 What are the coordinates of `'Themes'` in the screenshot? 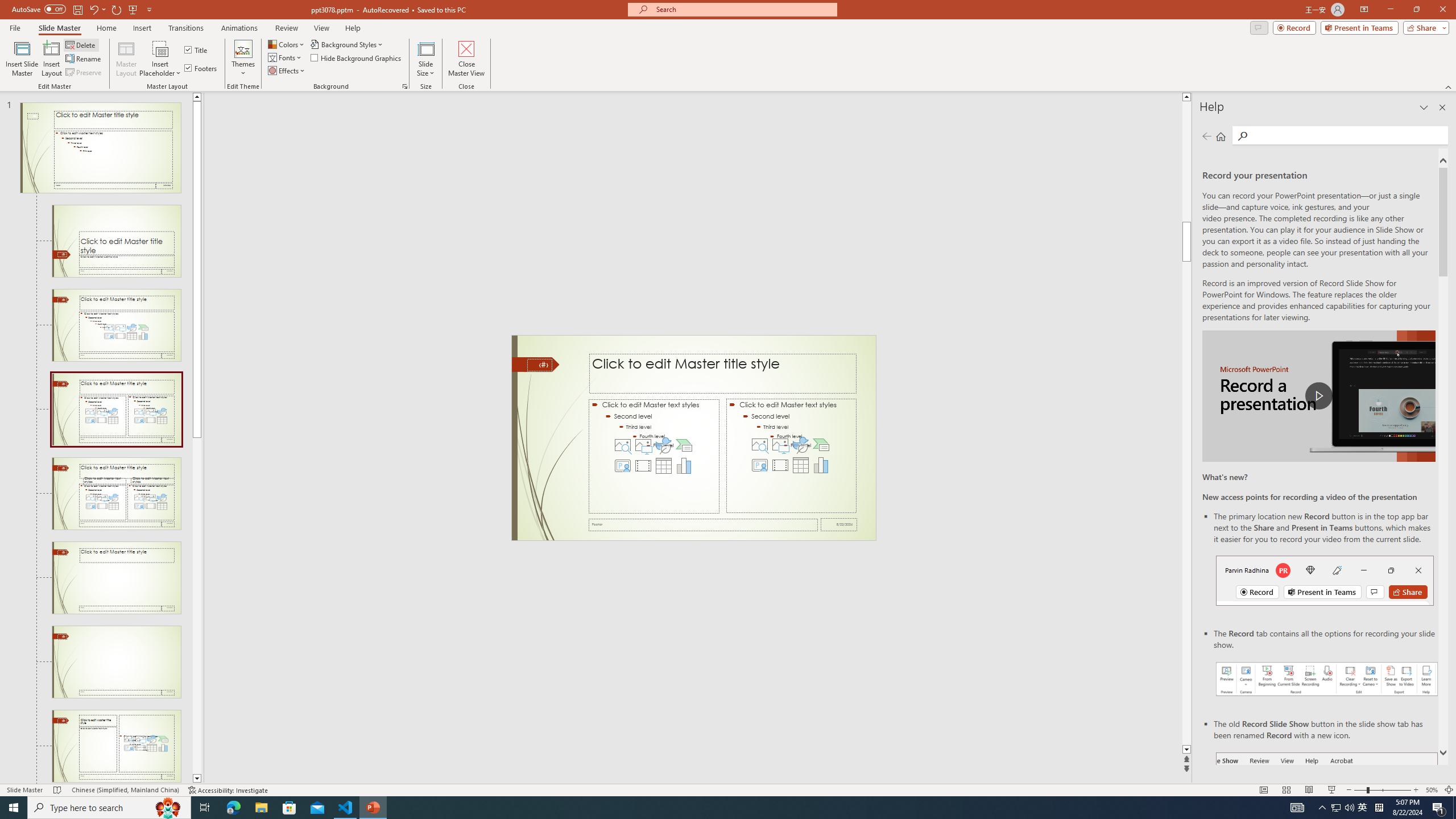 It's located at (243, 59).